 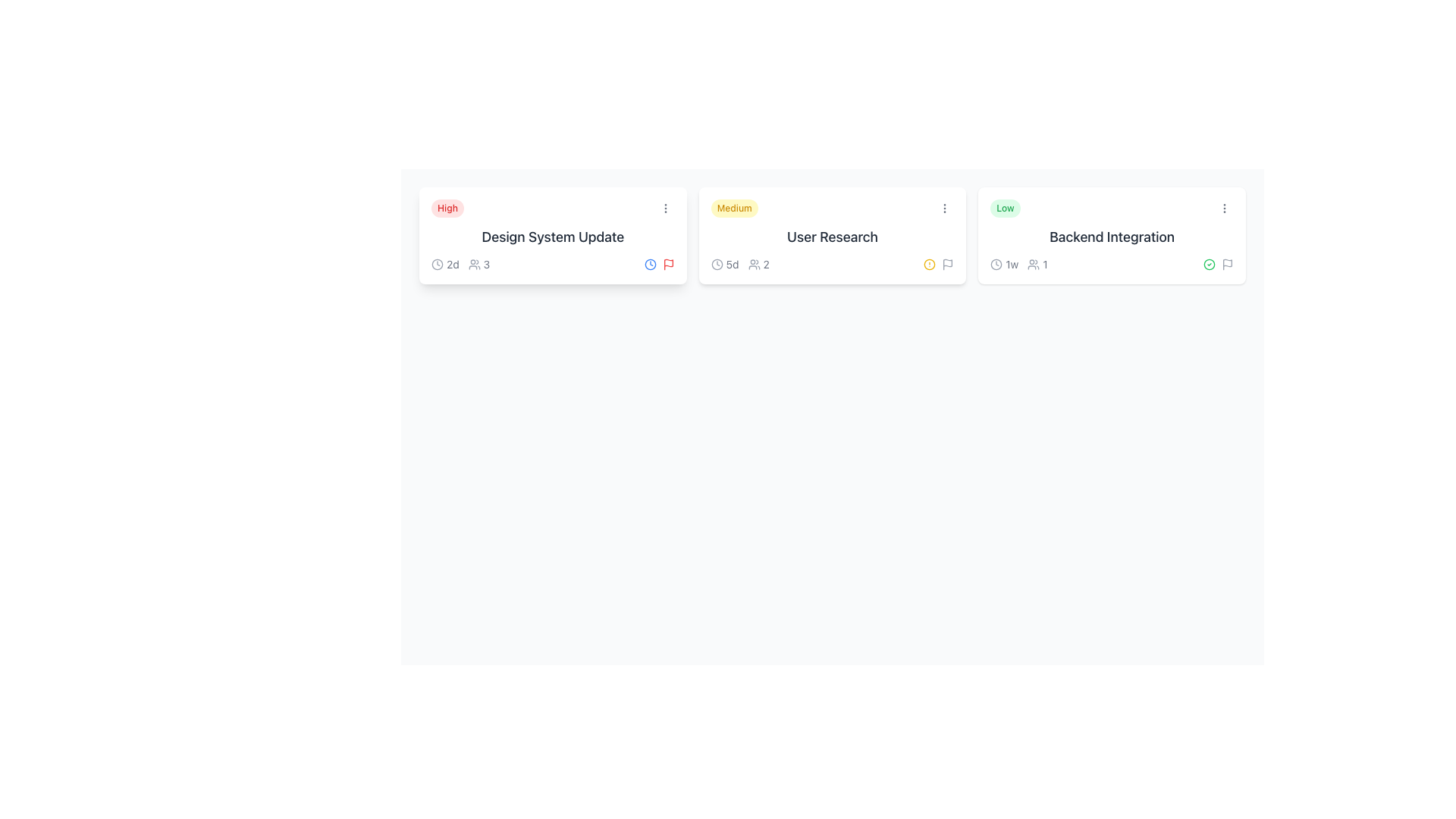 What do you see at coordinates (929, 263) in the screenshot?
I see `the yellow circular SVG icon with a centered dot, indicating an alert or notification, located at the bottom right corner of the 'User Research' card` at bounding box center [929, 263].